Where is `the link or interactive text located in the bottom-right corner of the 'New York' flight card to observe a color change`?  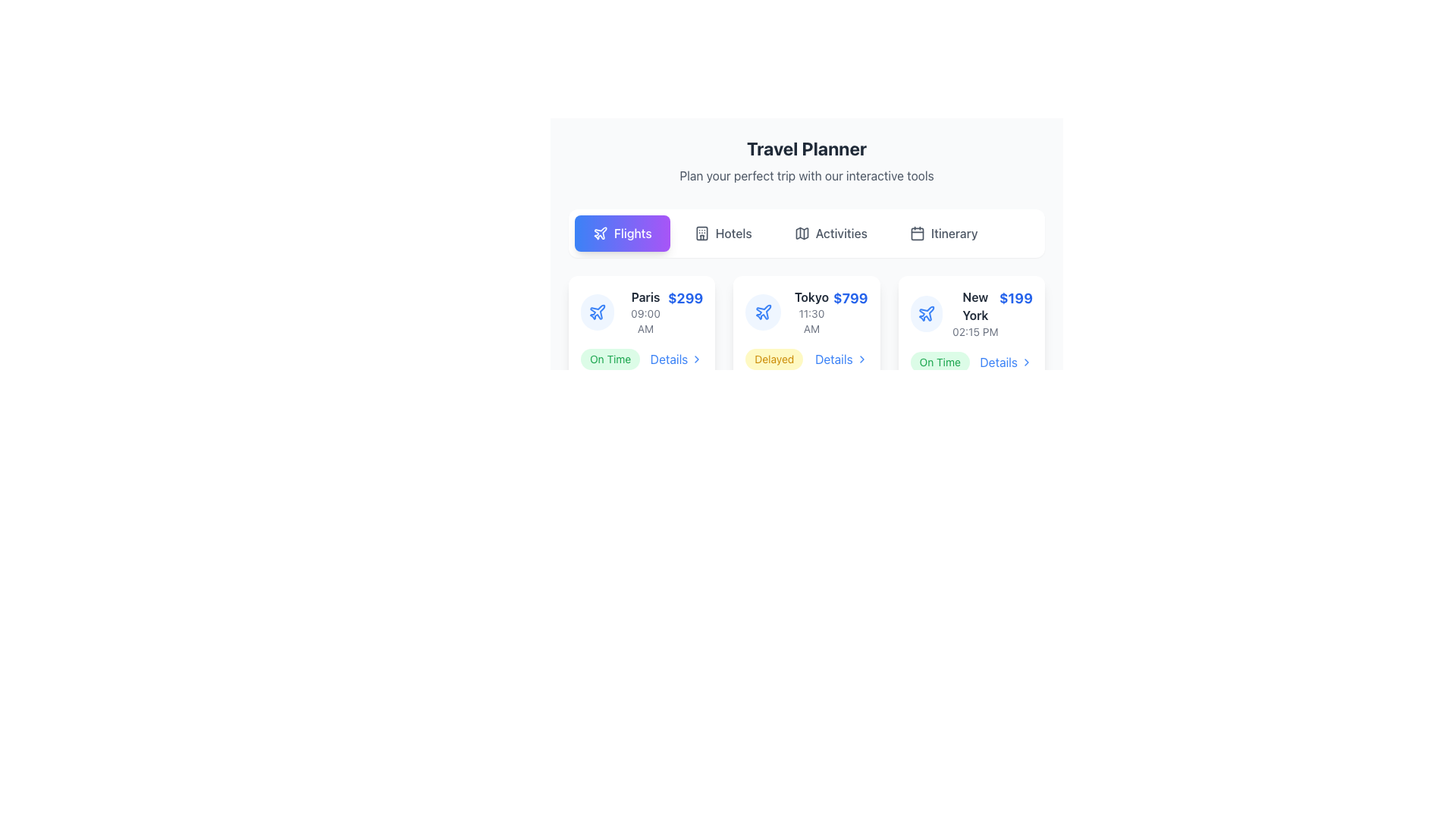 the link or interactive text located in the bottom-right corner of the 'New York' flight card to observe a color change is located at coordinates (1006, 362).